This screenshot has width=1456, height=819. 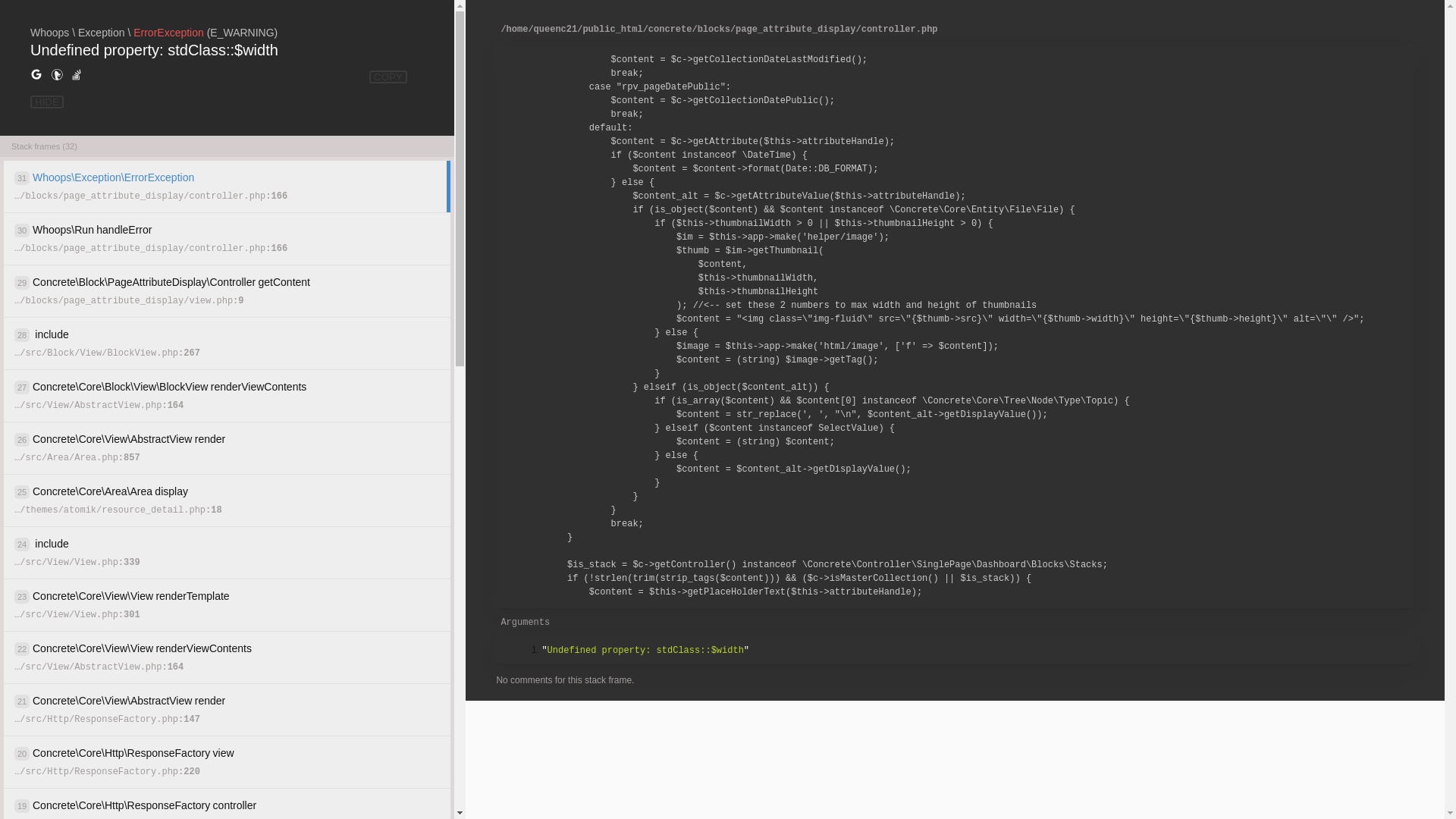 What do you see at coordinates (36, 75) in the screenshot?
I see `'Search for help on Google.'` at bounding box center [36, 75].